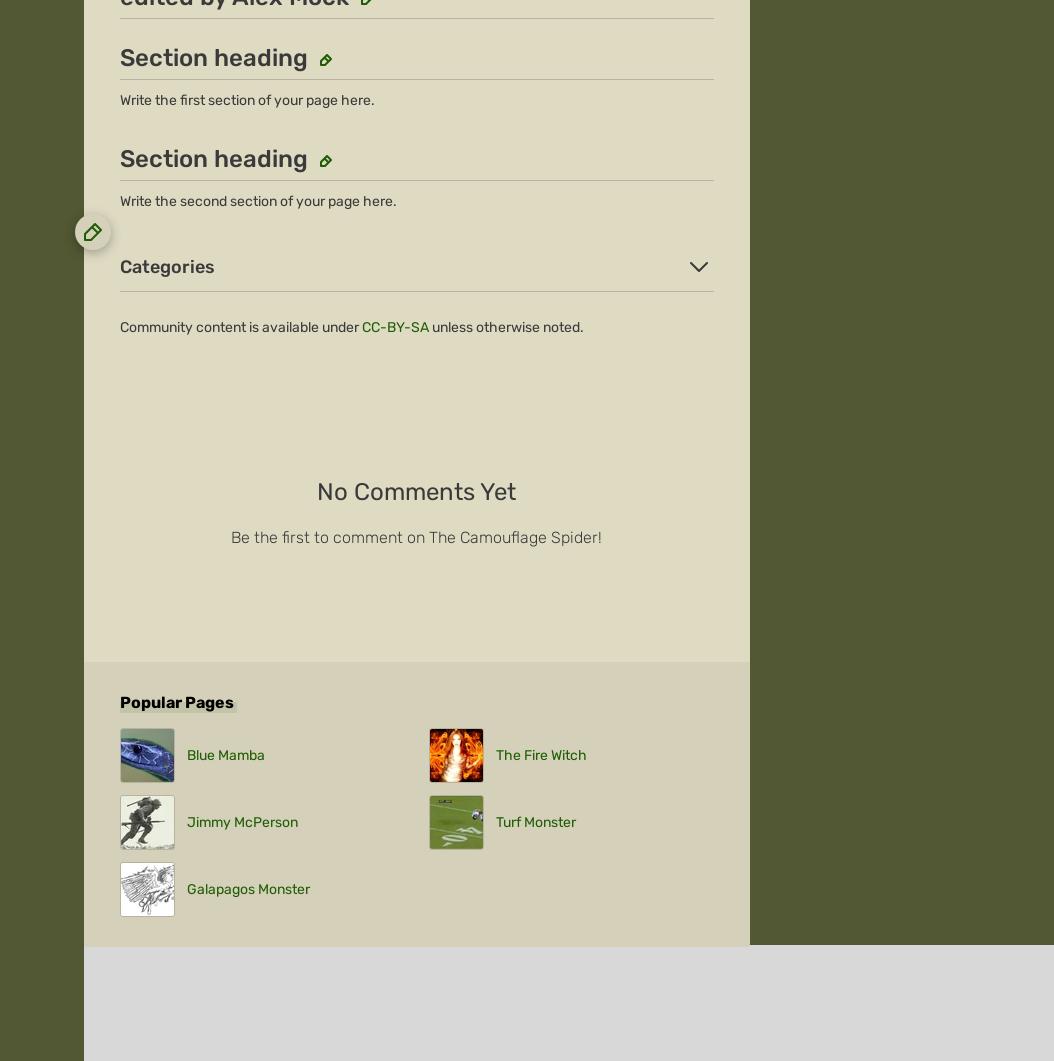  I want to click on 'Privacy Policy', so click(432, 233).